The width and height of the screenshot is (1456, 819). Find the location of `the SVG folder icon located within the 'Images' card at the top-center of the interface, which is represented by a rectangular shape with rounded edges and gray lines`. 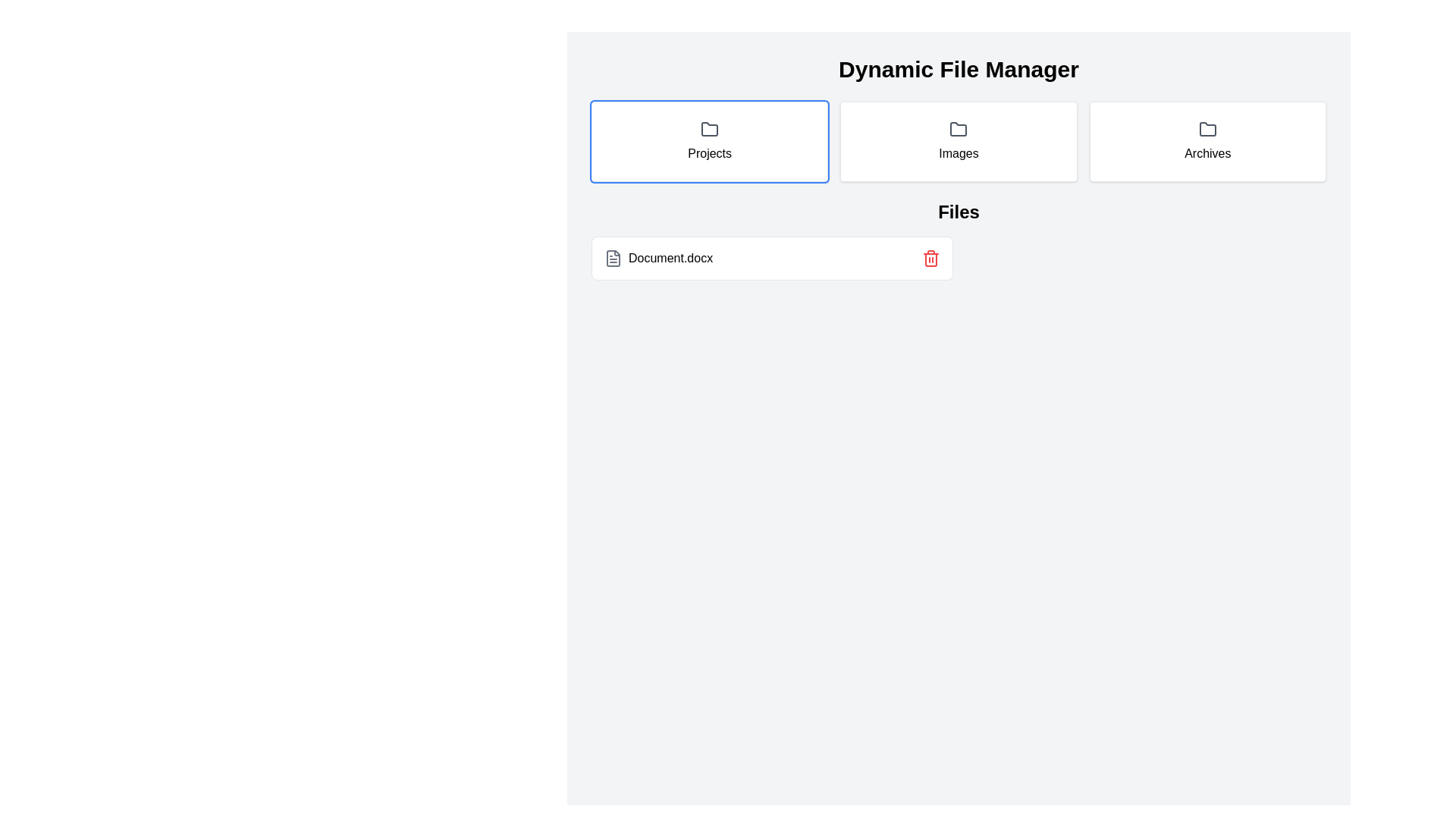

the SVG folder icon located within the 'Images' card at the top-center of the interface, which is represented by a rectangular shape with rounded edges and gray lines is located at coordinates (958, 128).